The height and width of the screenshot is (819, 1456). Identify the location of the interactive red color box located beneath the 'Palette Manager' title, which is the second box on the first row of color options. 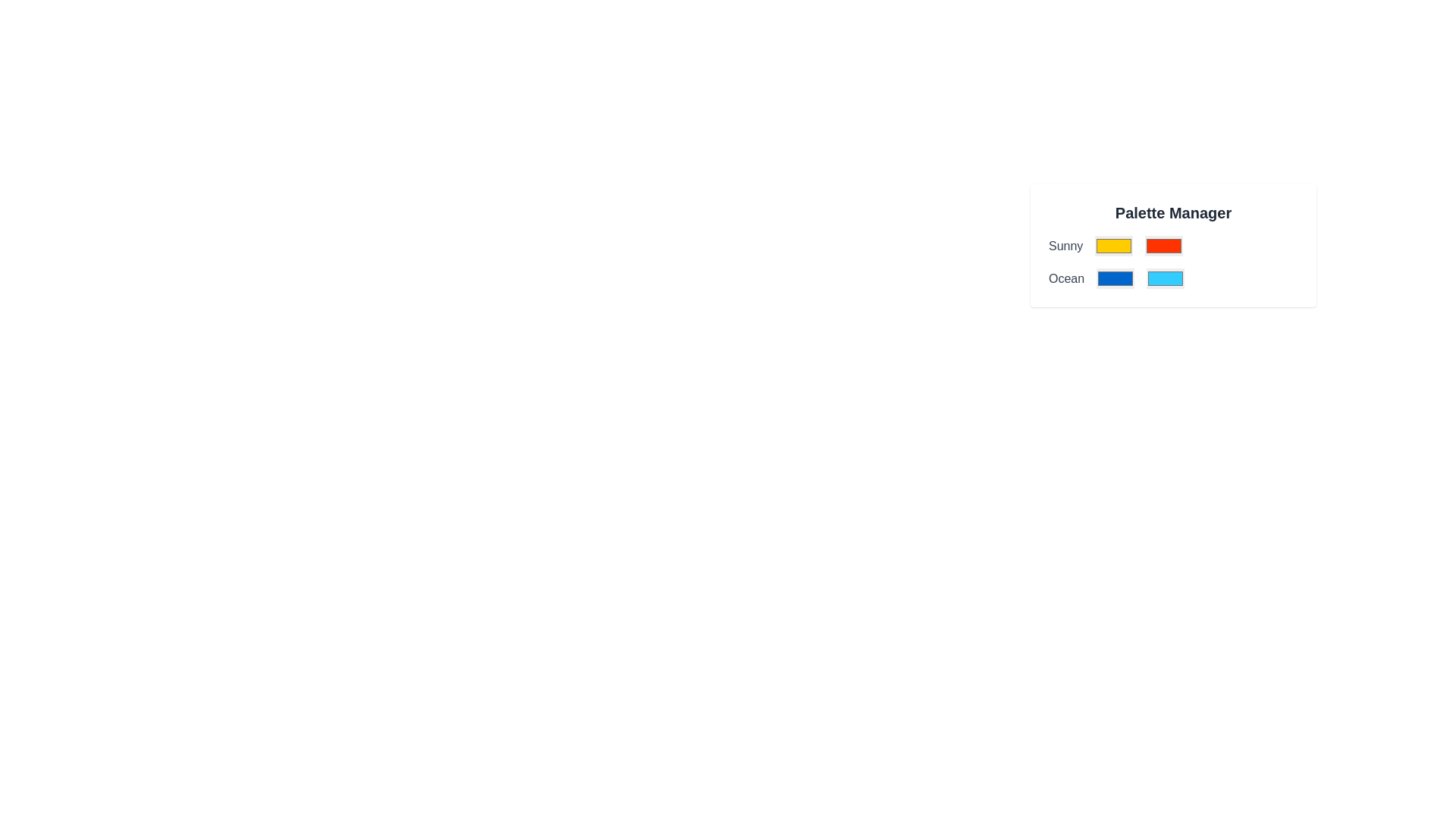
(1172, 245).